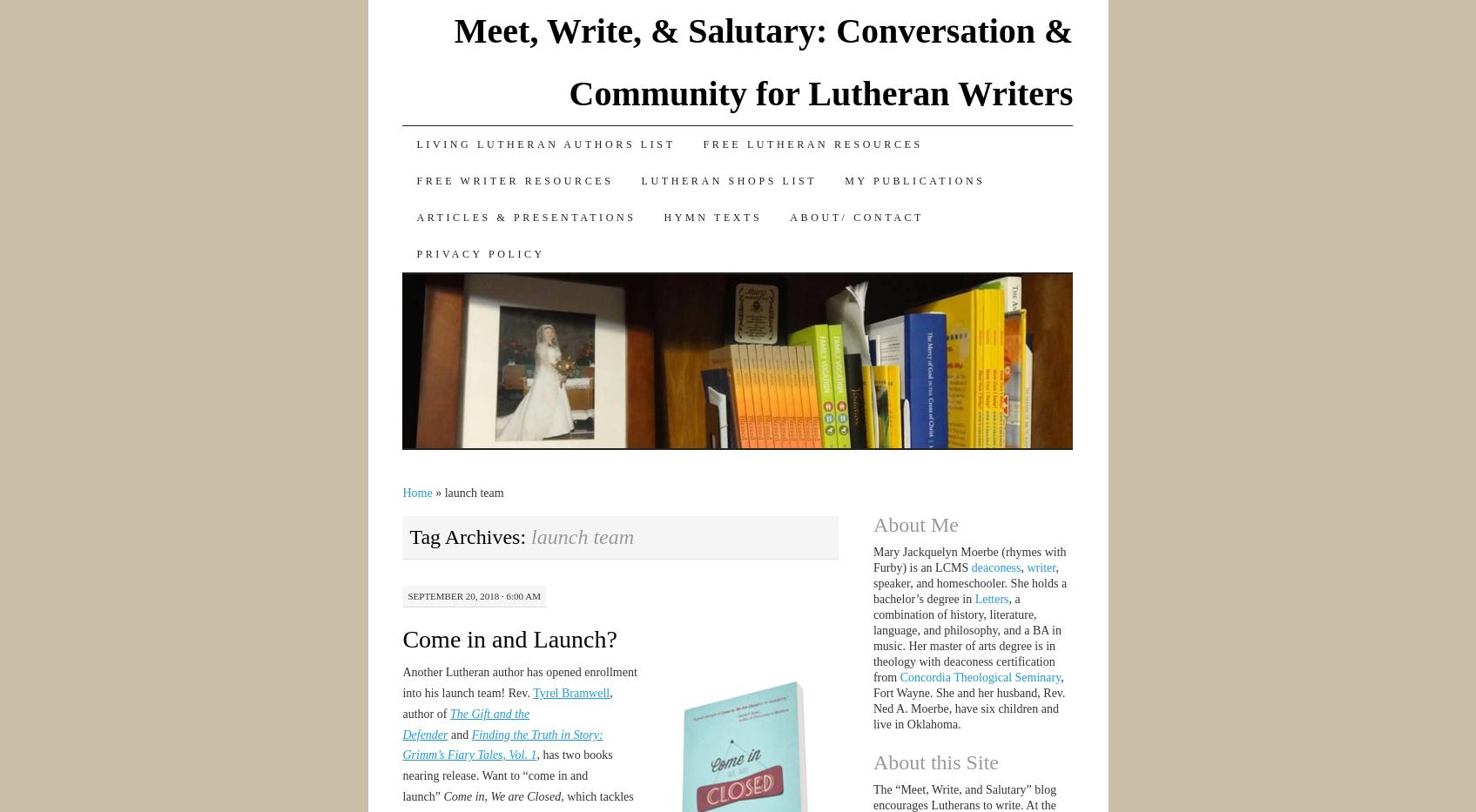 The image size is (1476, 812). What do you see at coordinates (915, 524) in the screenshot?
I see `'About Me'` at bounding box center [915, 524].